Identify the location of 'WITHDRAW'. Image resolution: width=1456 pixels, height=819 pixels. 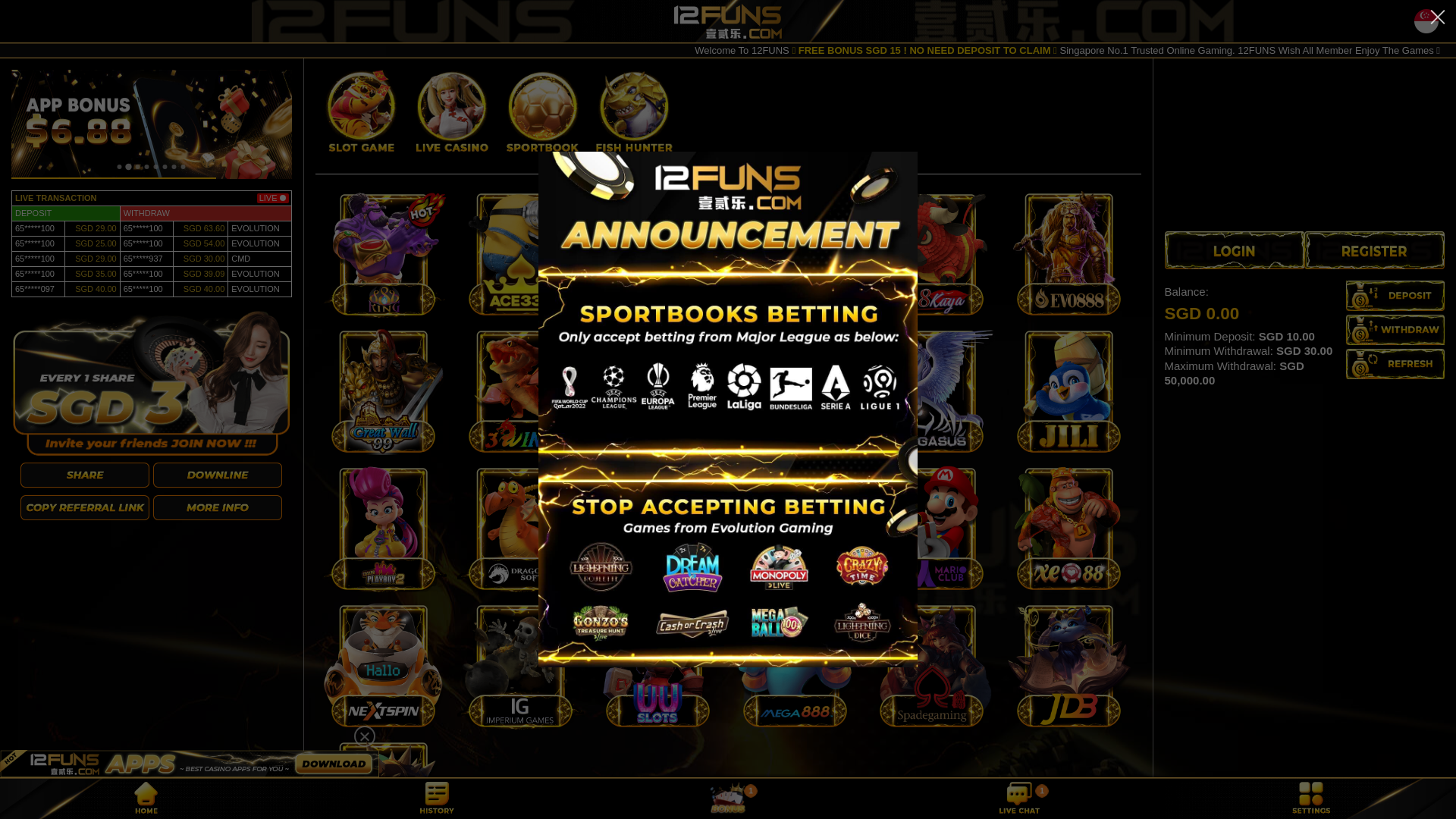
(1395, 329).